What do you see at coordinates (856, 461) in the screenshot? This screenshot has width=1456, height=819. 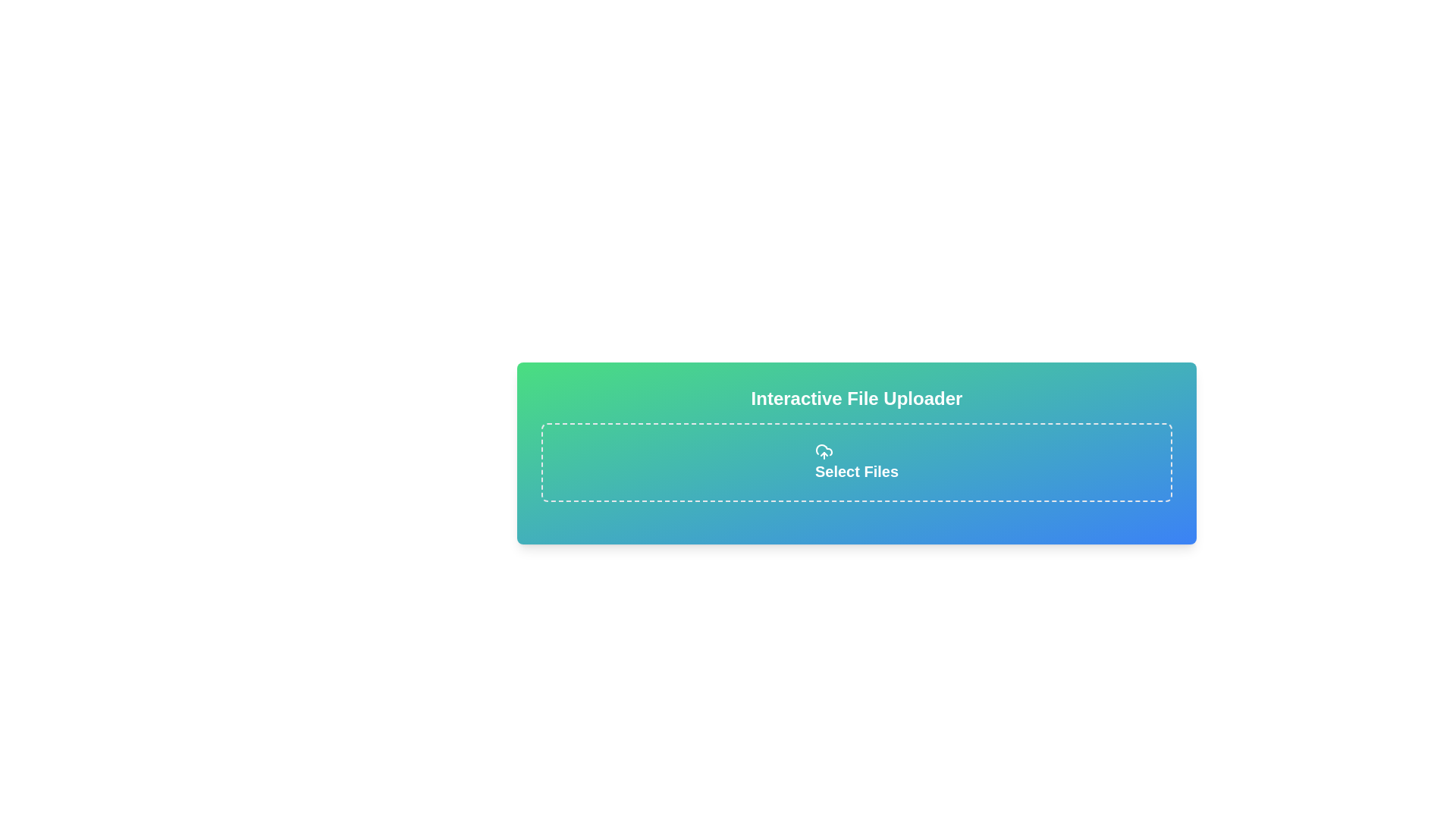 I see `the 'Select Files' label` at bounding box center [856, 461].